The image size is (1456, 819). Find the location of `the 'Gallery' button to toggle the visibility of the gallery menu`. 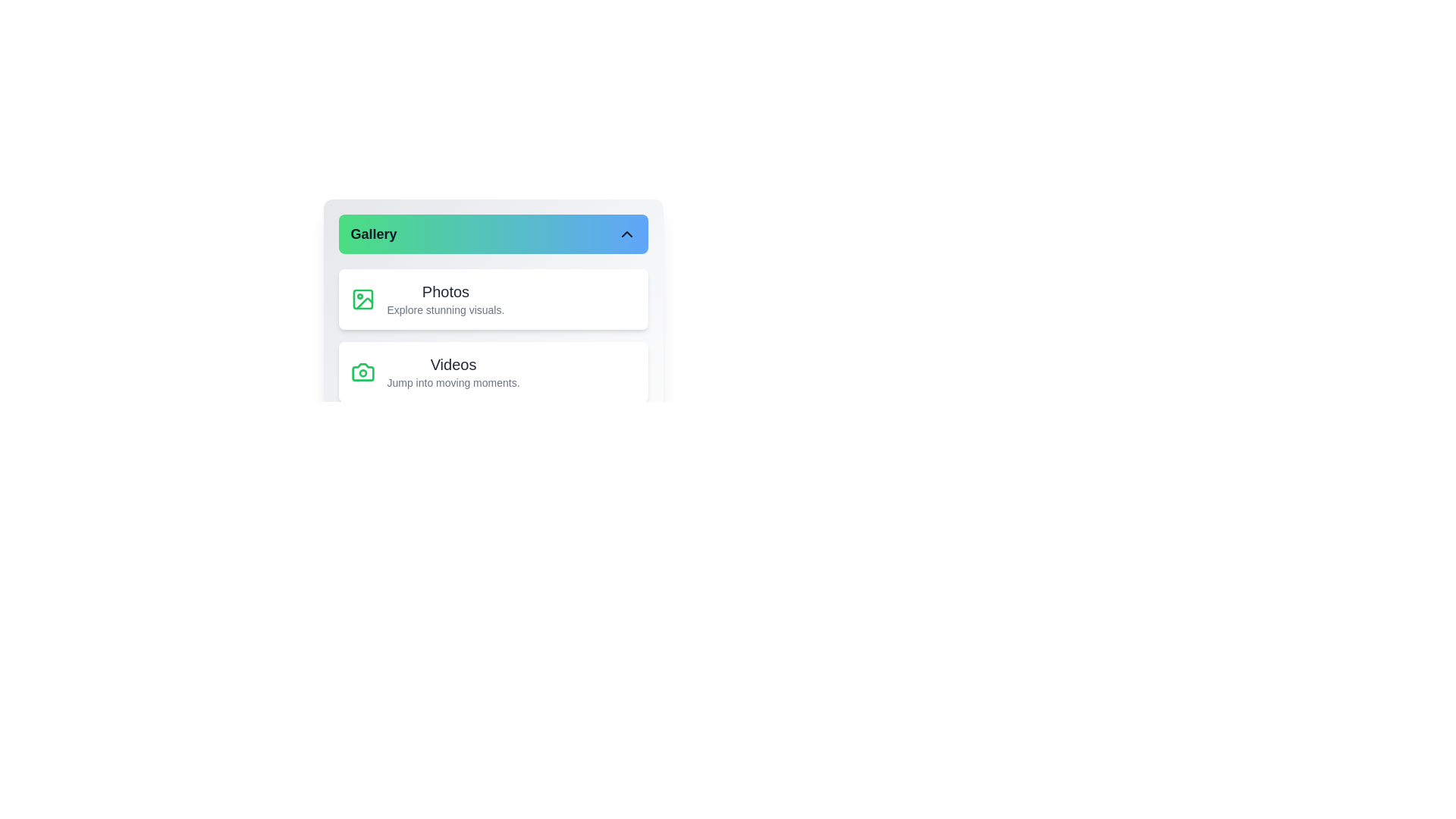

the 'Gallery' button to toggle the visibility of the gallery menu is located at coordinates (493, 234).